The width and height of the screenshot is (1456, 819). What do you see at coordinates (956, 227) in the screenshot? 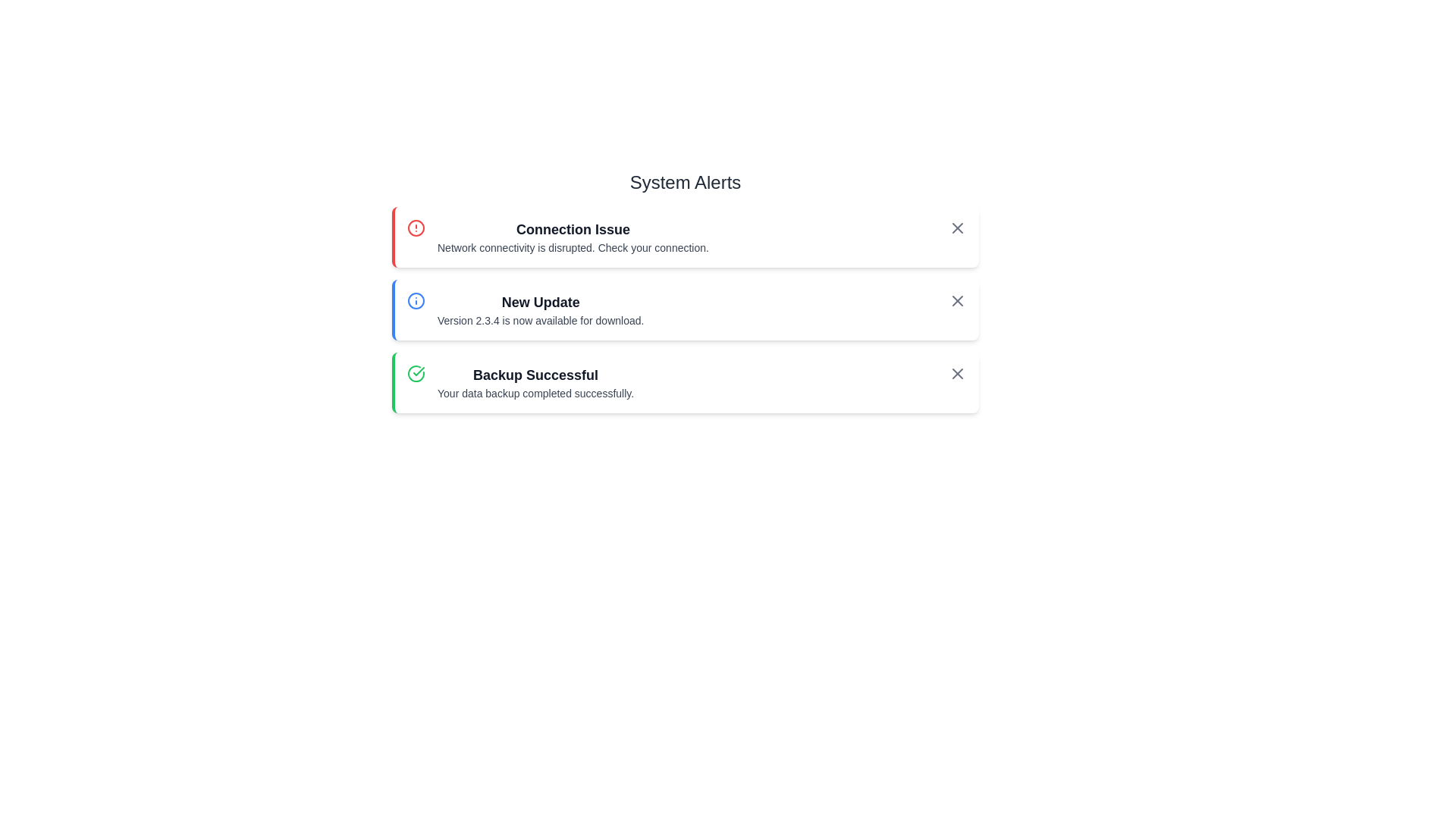
I see `the close icon button located in the top-right corner of the 'Connection Issue' notification card` at bounding box center [956, 227].